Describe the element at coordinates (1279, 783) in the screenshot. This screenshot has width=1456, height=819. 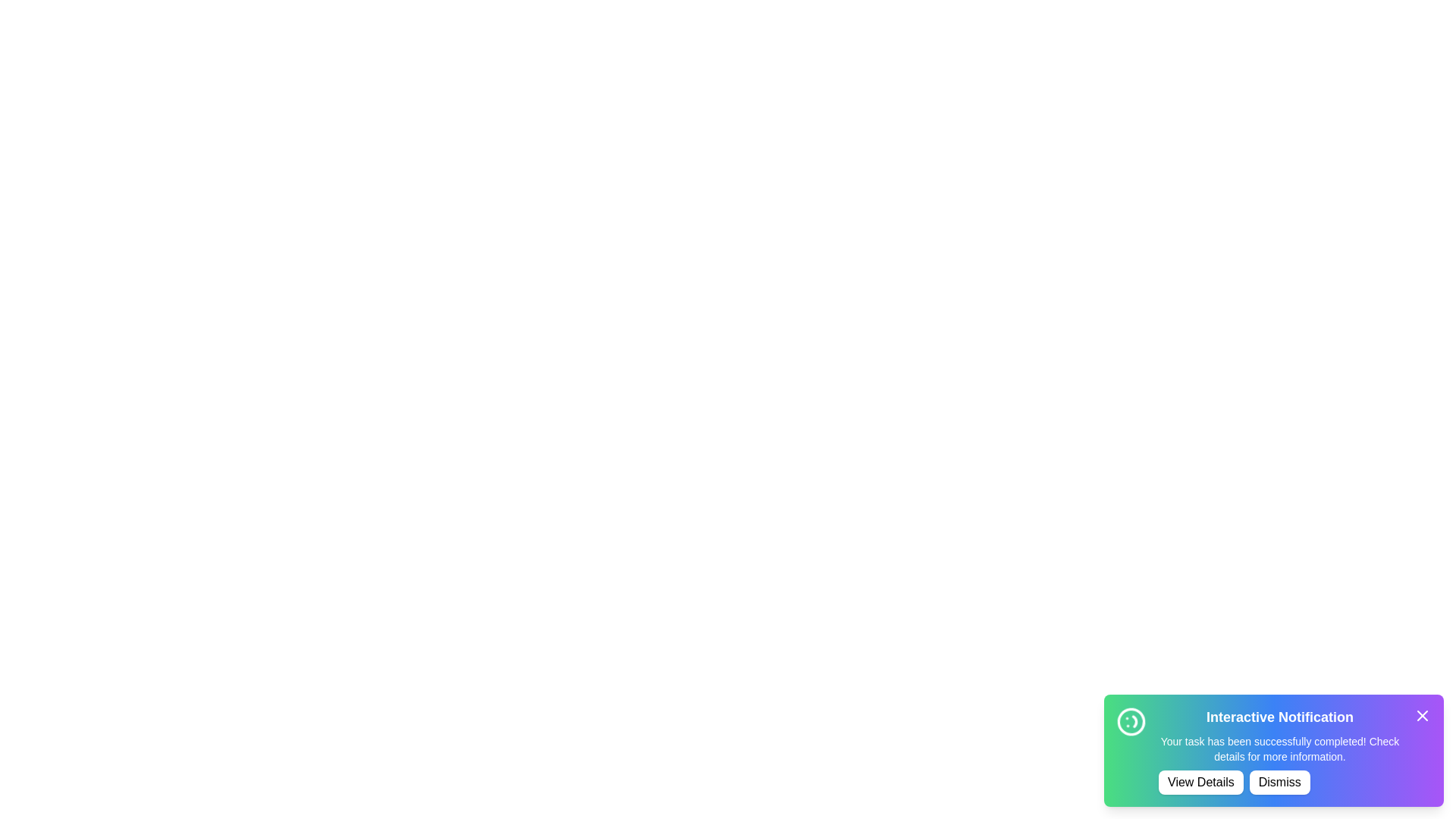
I see `the 'Dismiss' button to close the notification` at that location.